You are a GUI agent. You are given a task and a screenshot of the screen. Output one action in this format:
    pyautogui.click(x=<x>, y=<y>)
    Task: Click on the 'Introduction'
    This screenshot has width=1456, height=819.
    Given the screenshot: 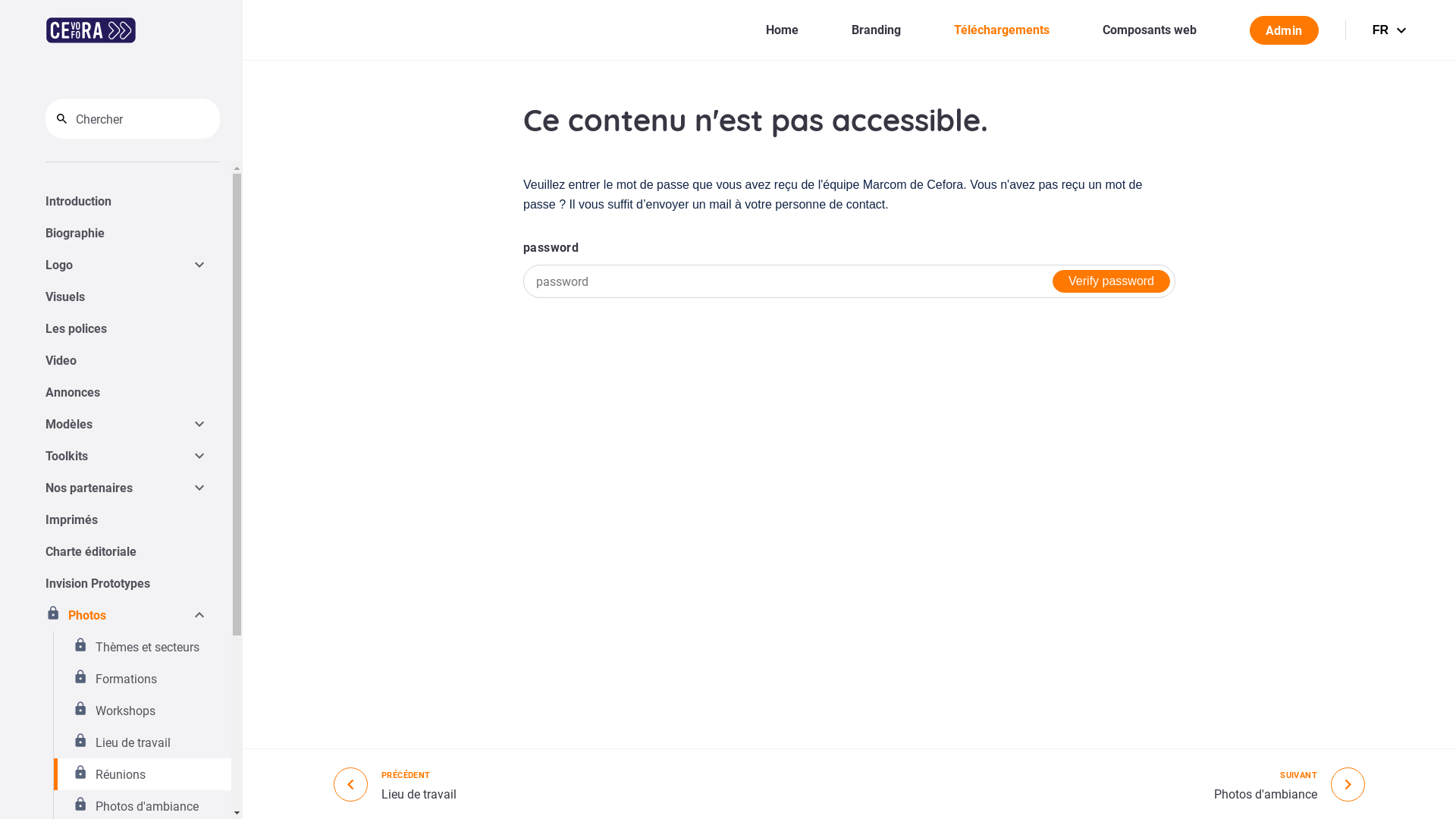 What is the action you would take?
    pyautogui.click(x=127, y=200)
    